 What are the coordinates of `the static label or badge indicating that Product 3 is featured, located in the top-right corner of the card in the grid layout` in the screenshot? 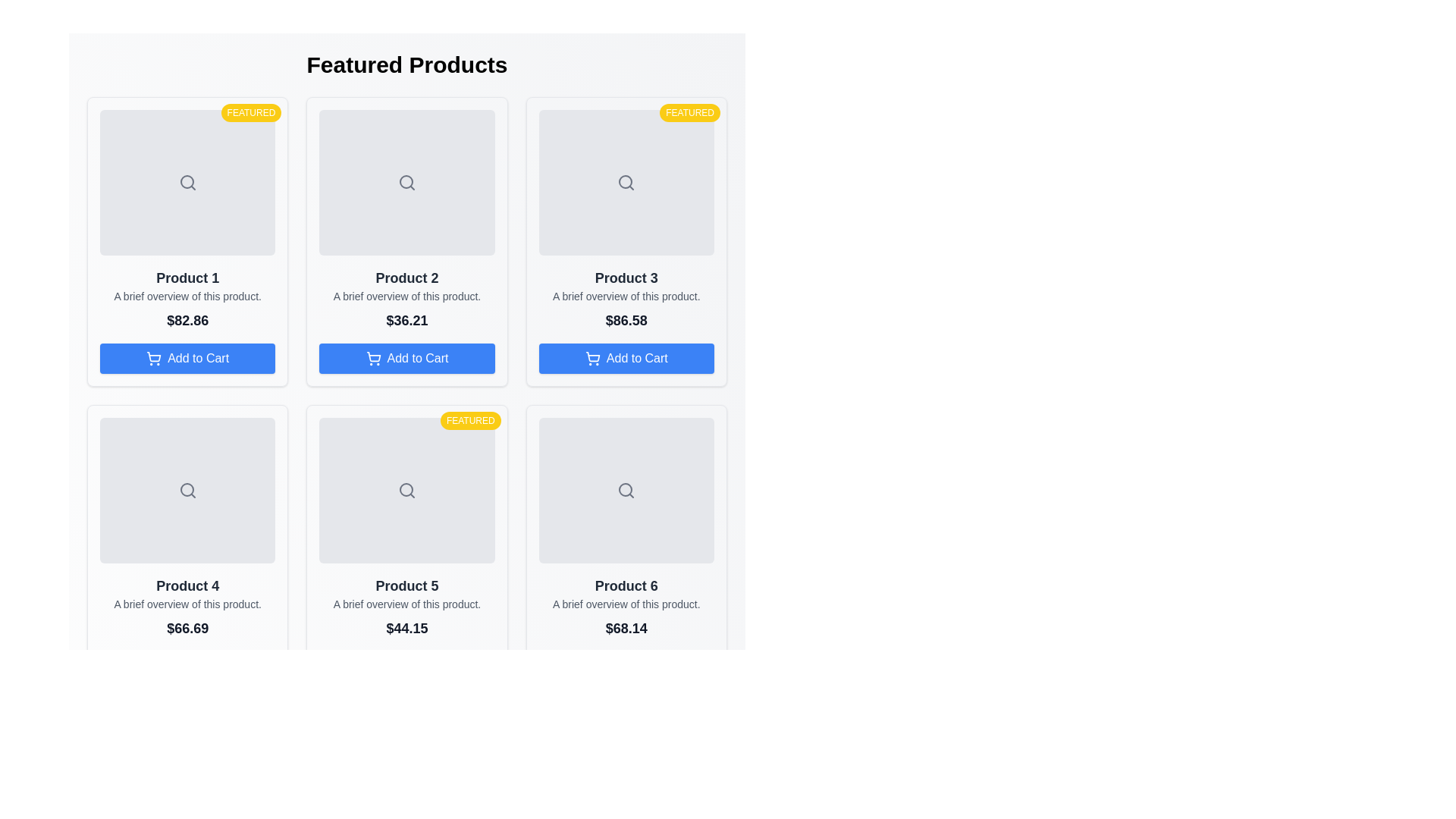 It's located at (689, 112).